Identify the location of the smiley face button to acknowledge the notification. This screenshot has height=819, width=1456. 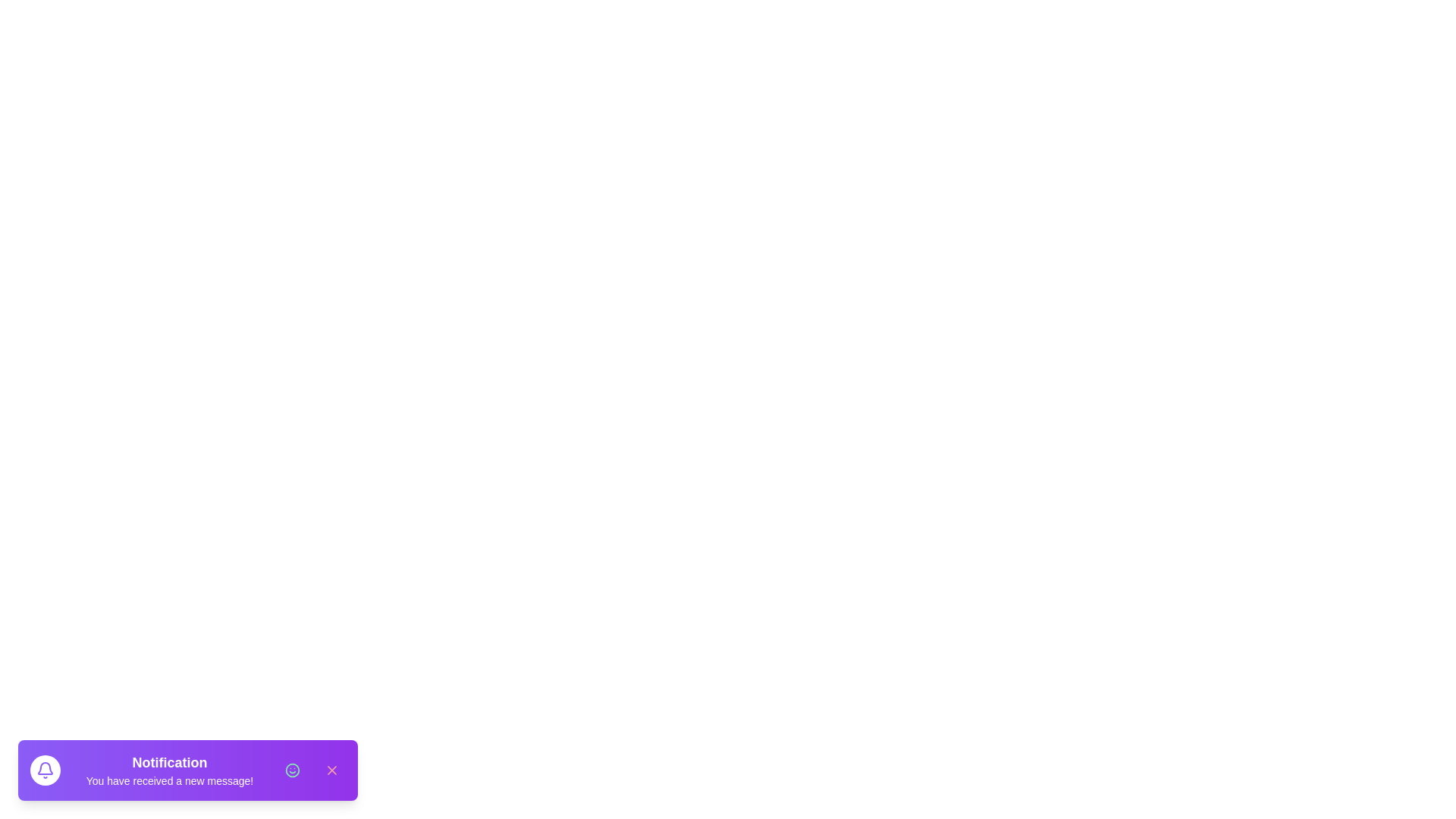
(292, 770).